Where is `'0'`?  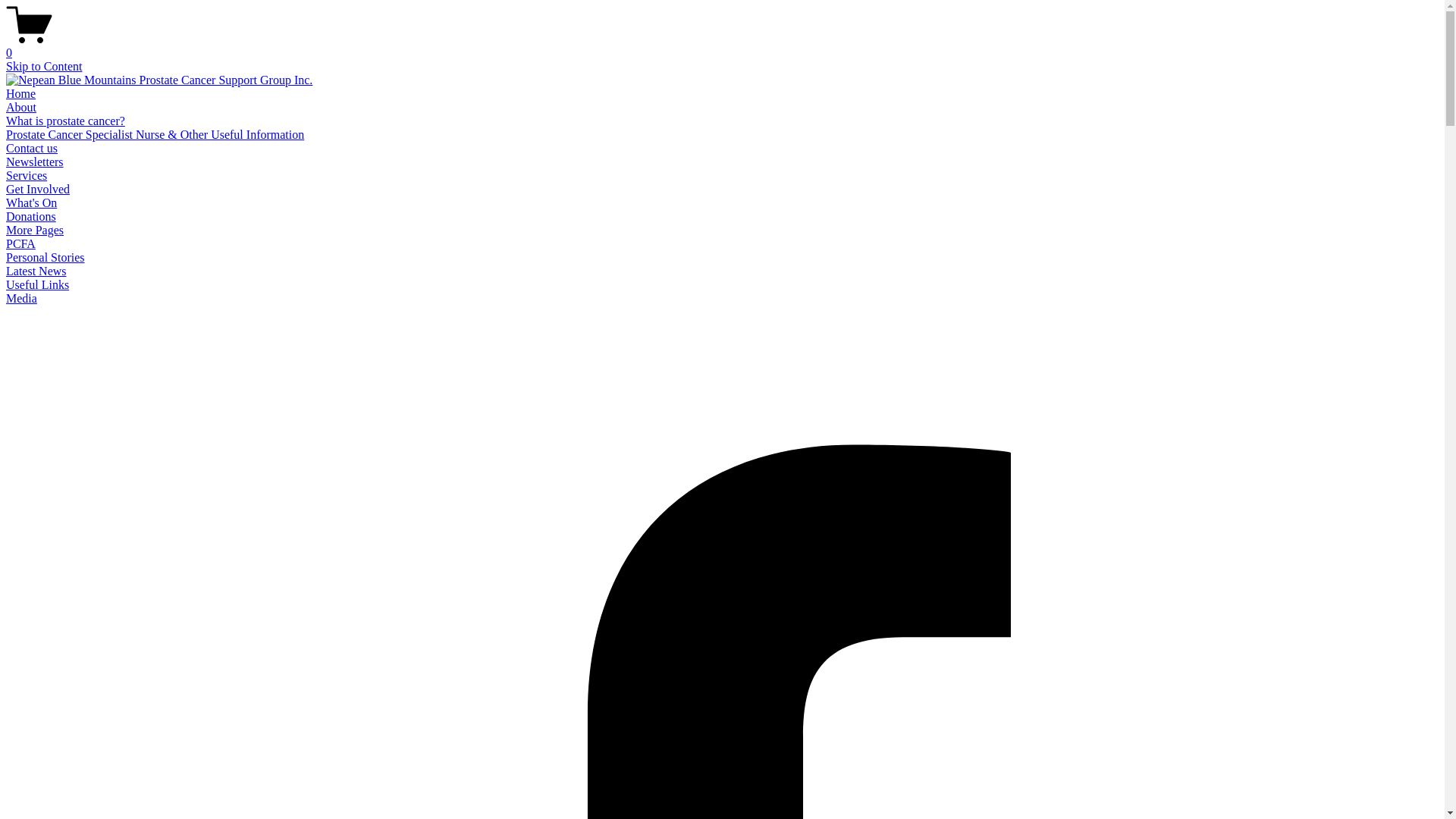 '0' is located at coordinates (721, 45).